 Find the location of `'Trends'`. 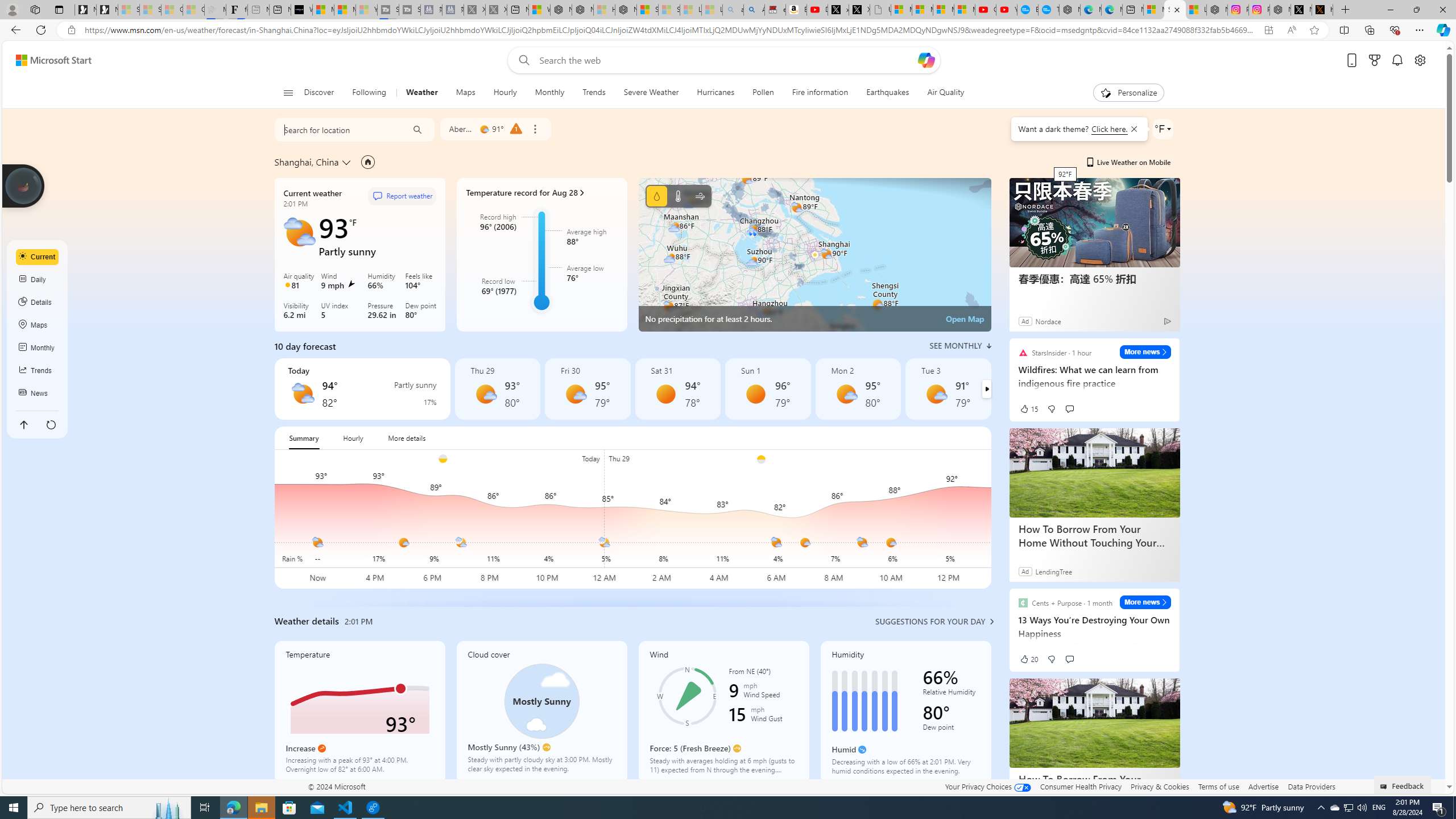

'Trends' is located at coordinates (593, 92).